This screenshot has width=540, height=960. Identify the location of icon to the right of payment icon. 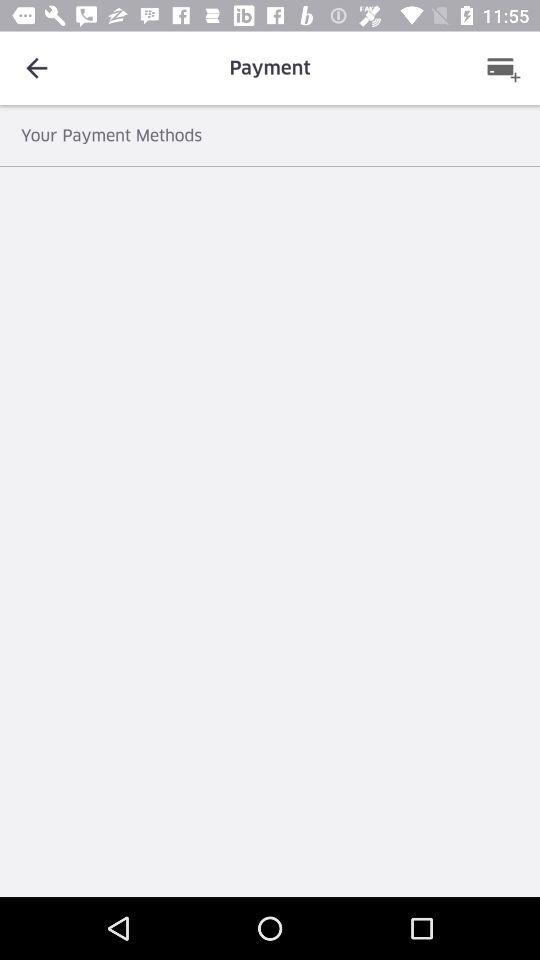
(502, 68).